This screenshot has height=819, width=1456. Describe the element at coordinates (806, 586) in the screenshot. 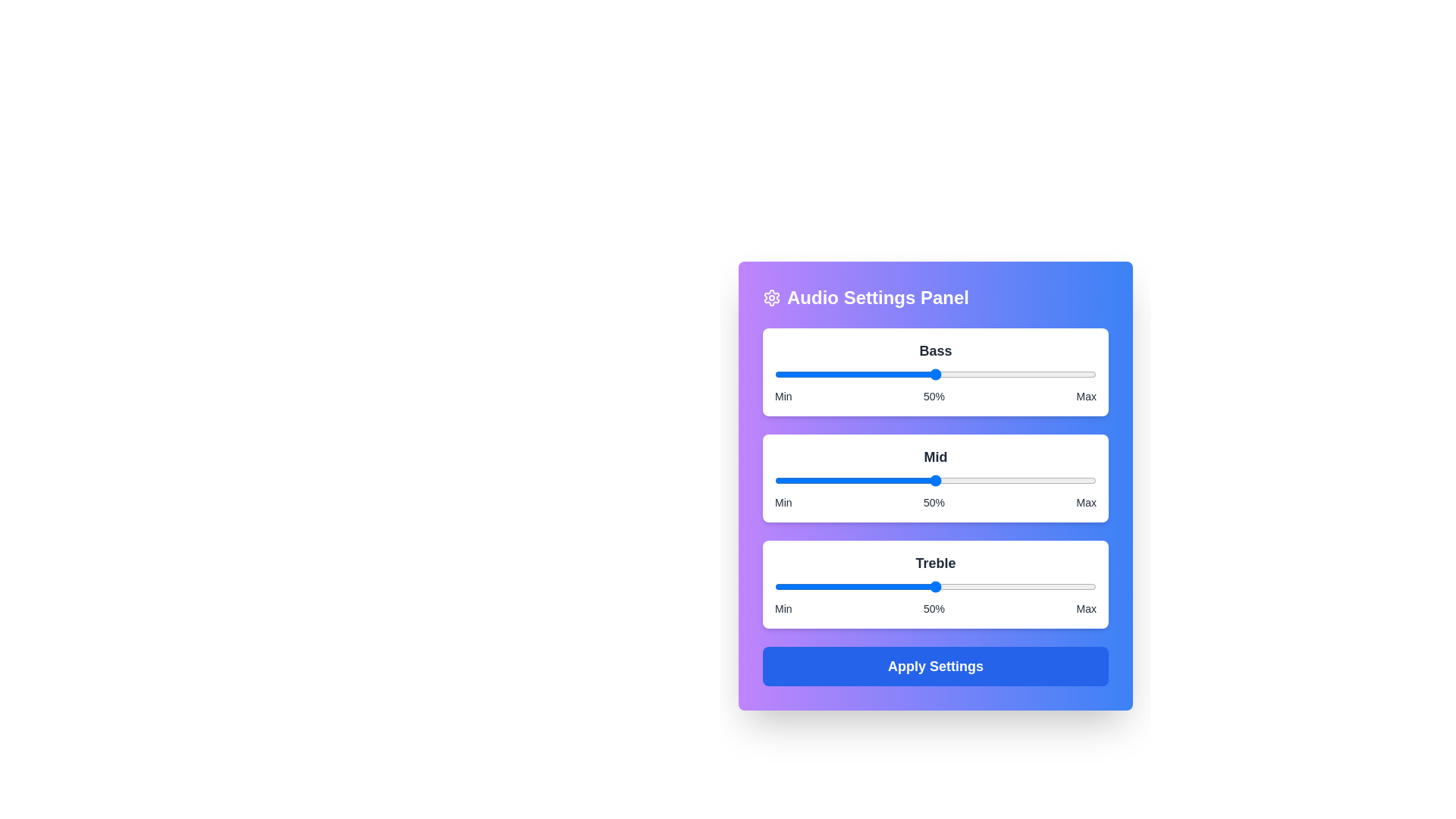

I see `the treble level` at that location.